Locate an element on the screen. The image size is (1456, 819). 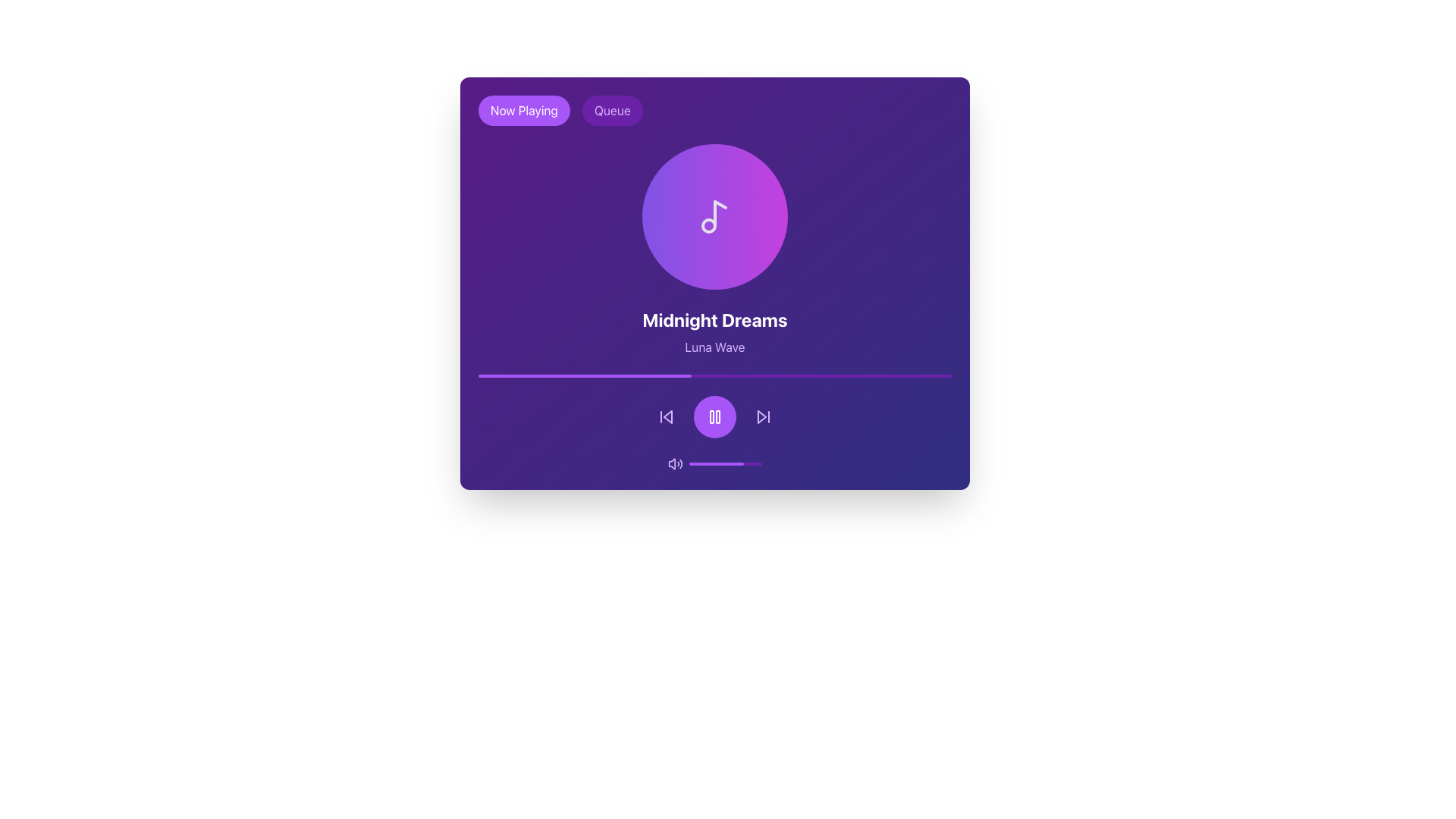
the pause icon located at the bottom center of the card layout is located at coordinates (714, 417).